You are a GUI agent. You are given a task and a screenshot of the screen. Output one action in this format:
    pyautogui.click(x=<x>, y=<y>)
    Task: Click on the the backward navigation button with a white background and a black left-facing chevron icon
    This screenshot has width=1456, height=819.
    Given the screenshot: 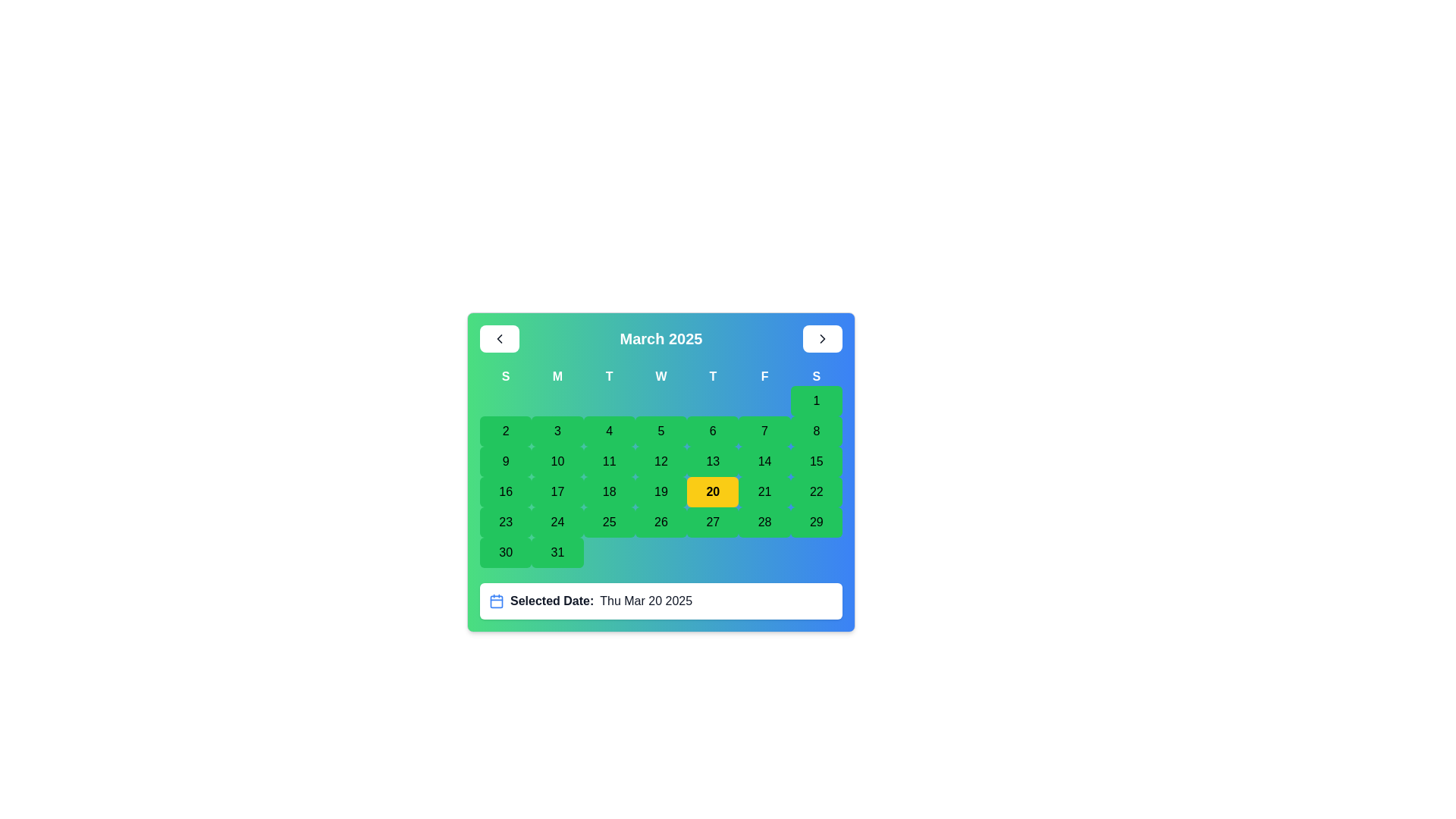 What is the action you would take?
    pyautogui.click(x=499, y=338)
    